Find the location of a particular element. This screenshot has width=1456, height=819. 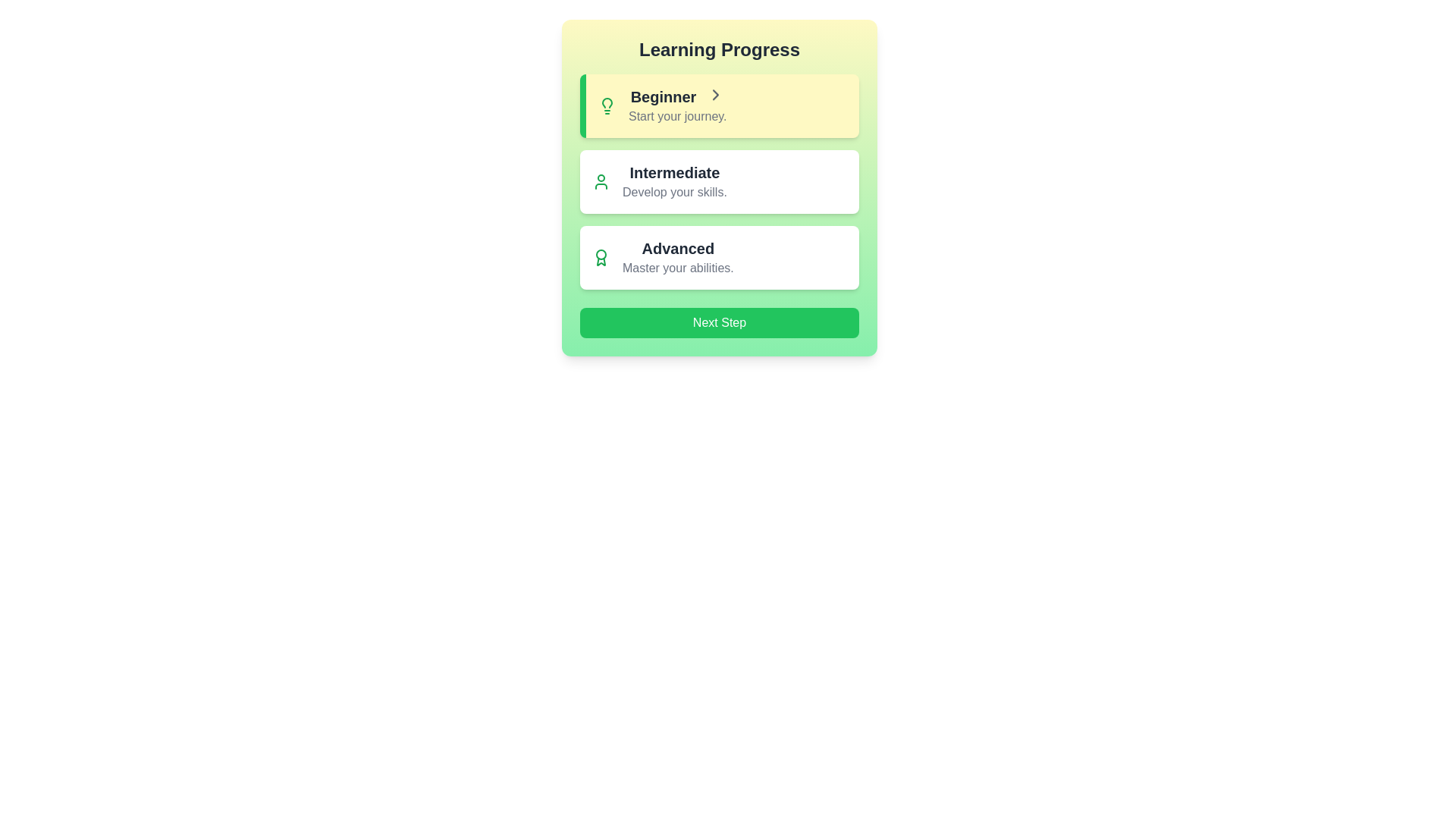

the informational card titled 'Intermediate' which is the second card in a vertical stack of skill level cards for additional actions is located at coordinates (719, 180).